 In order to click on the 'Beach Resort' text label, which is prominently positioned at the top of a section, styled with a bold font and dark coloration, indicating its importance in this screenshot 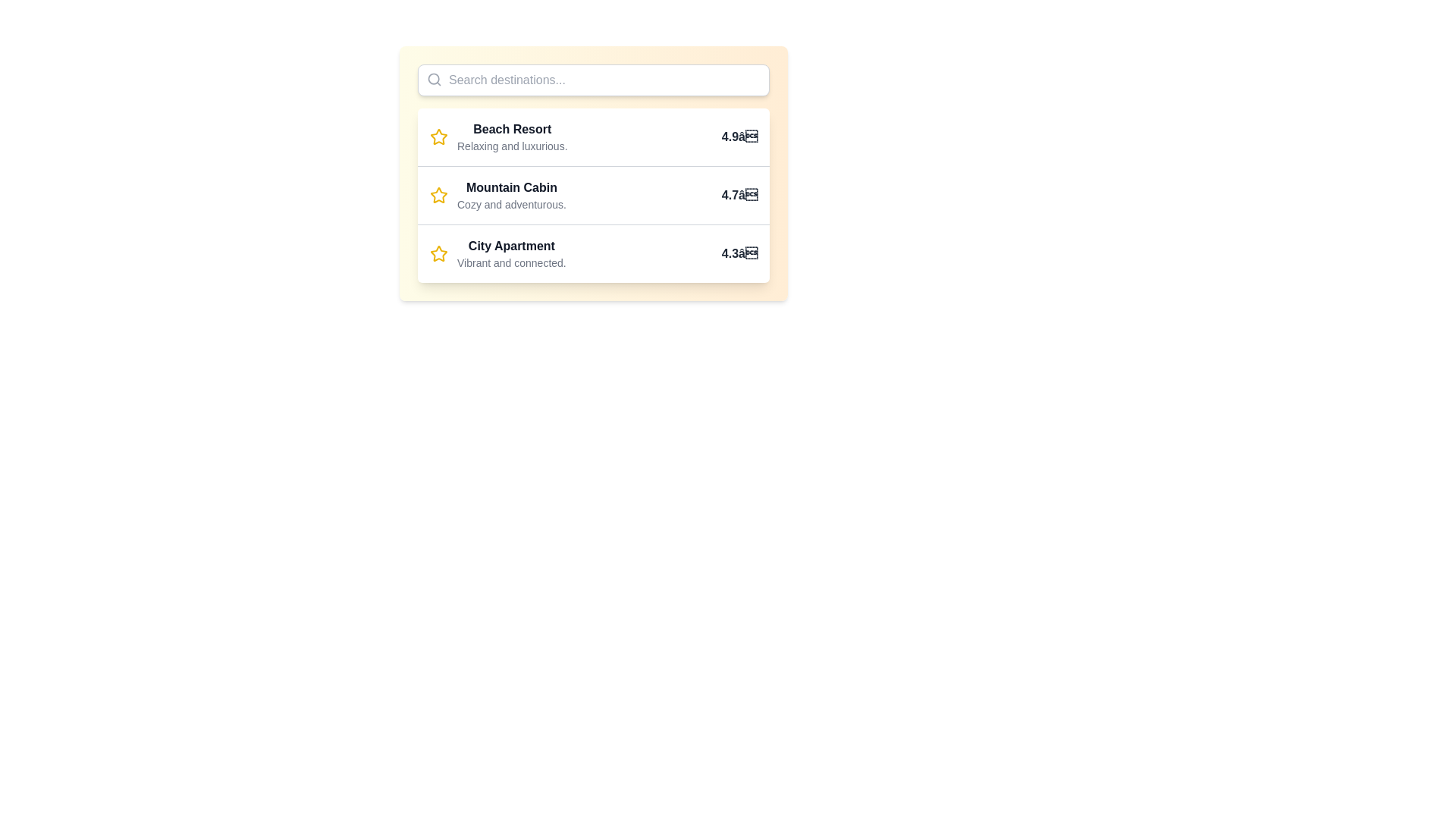, I will do `click(512, 128)`.